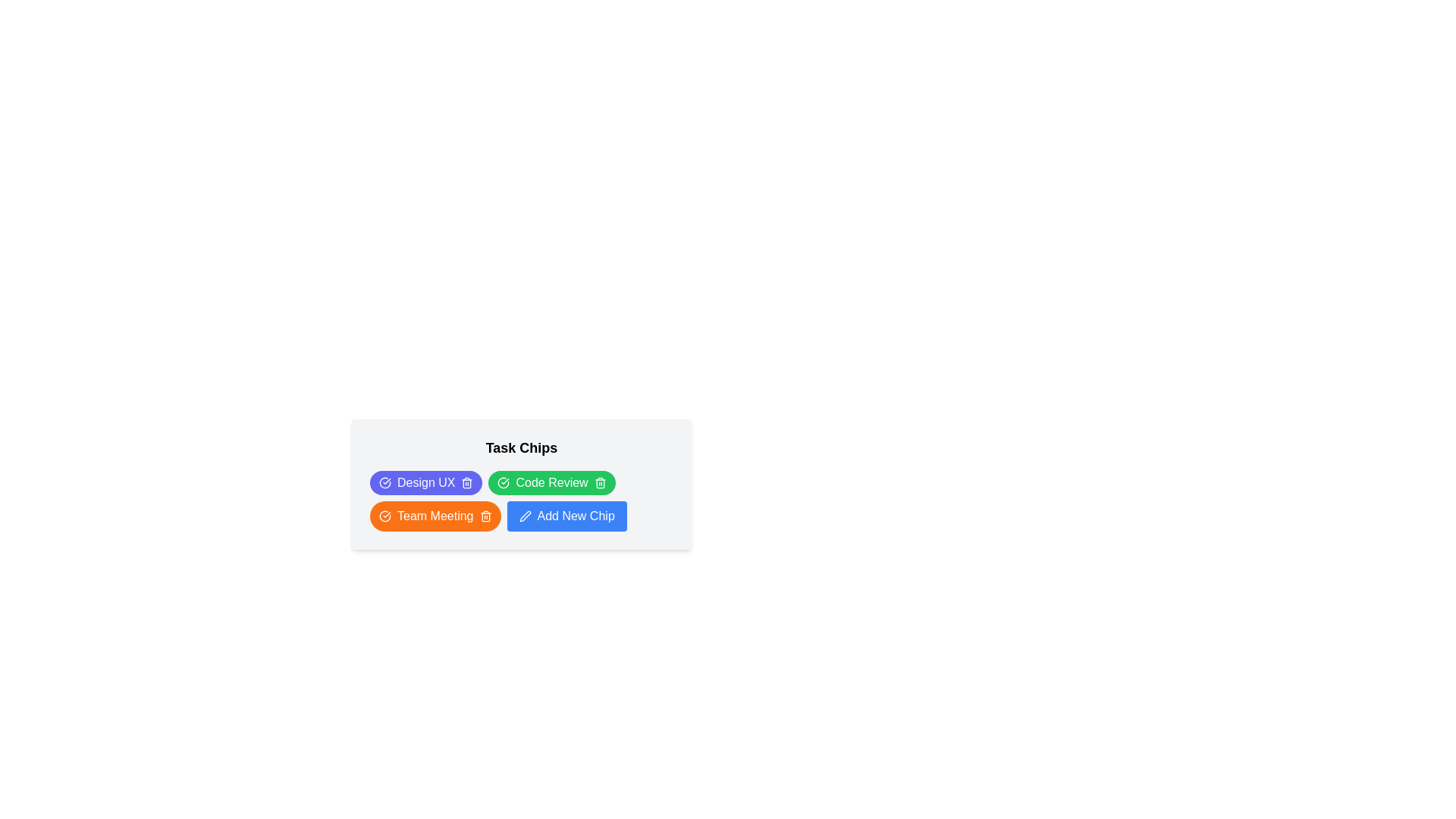 Image resolution: width=1456 pixels, height=819 pixels. I want to click on the 'Code Review' chip, which is the second item in the row of chips, positioned between the 'Design UX' chip and the 'Team Meeting' chip, so click(551, 482).